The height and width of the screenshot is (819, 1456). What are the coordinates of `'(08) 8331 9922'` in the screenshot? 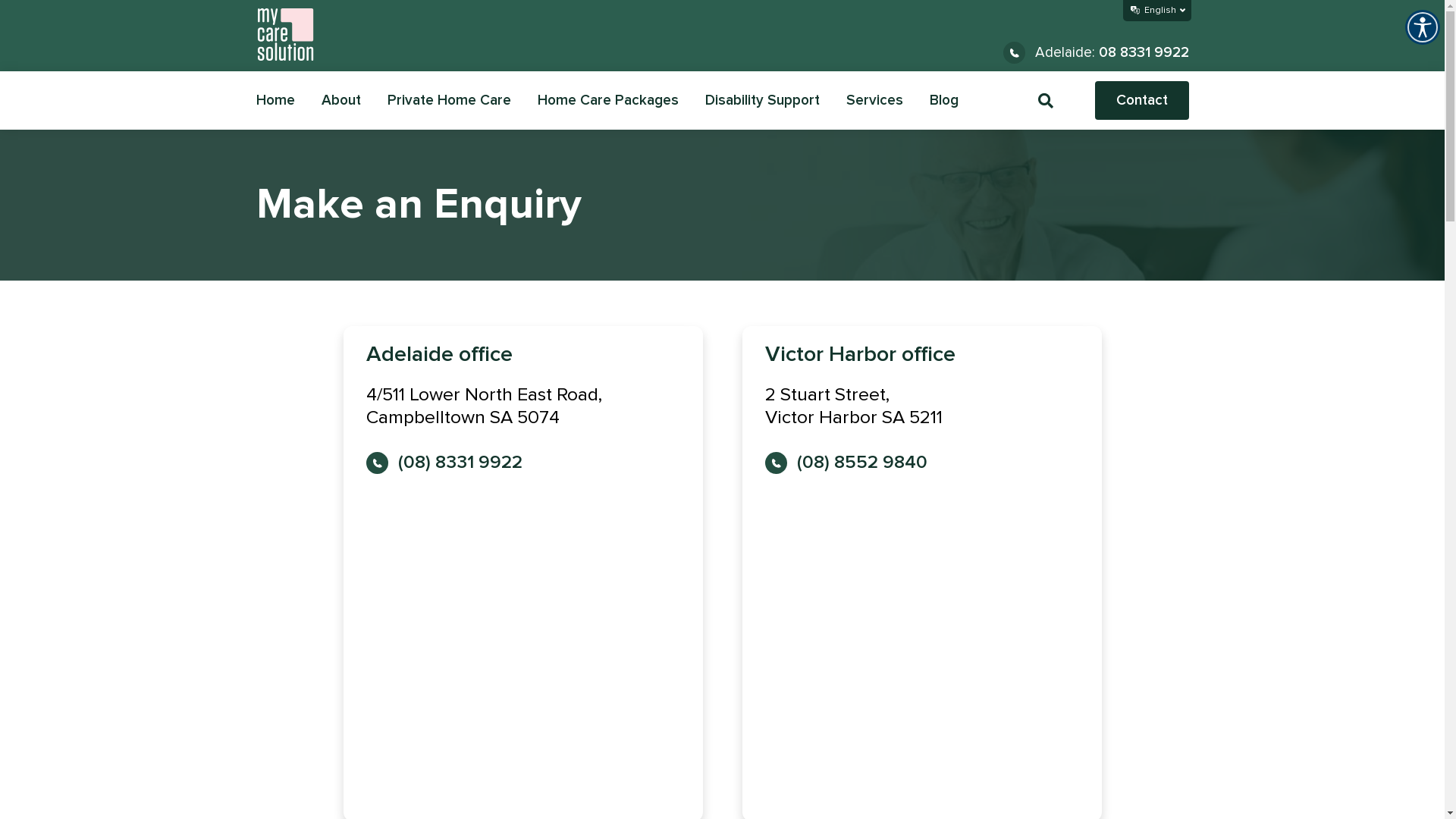 It's located at (443, 462).